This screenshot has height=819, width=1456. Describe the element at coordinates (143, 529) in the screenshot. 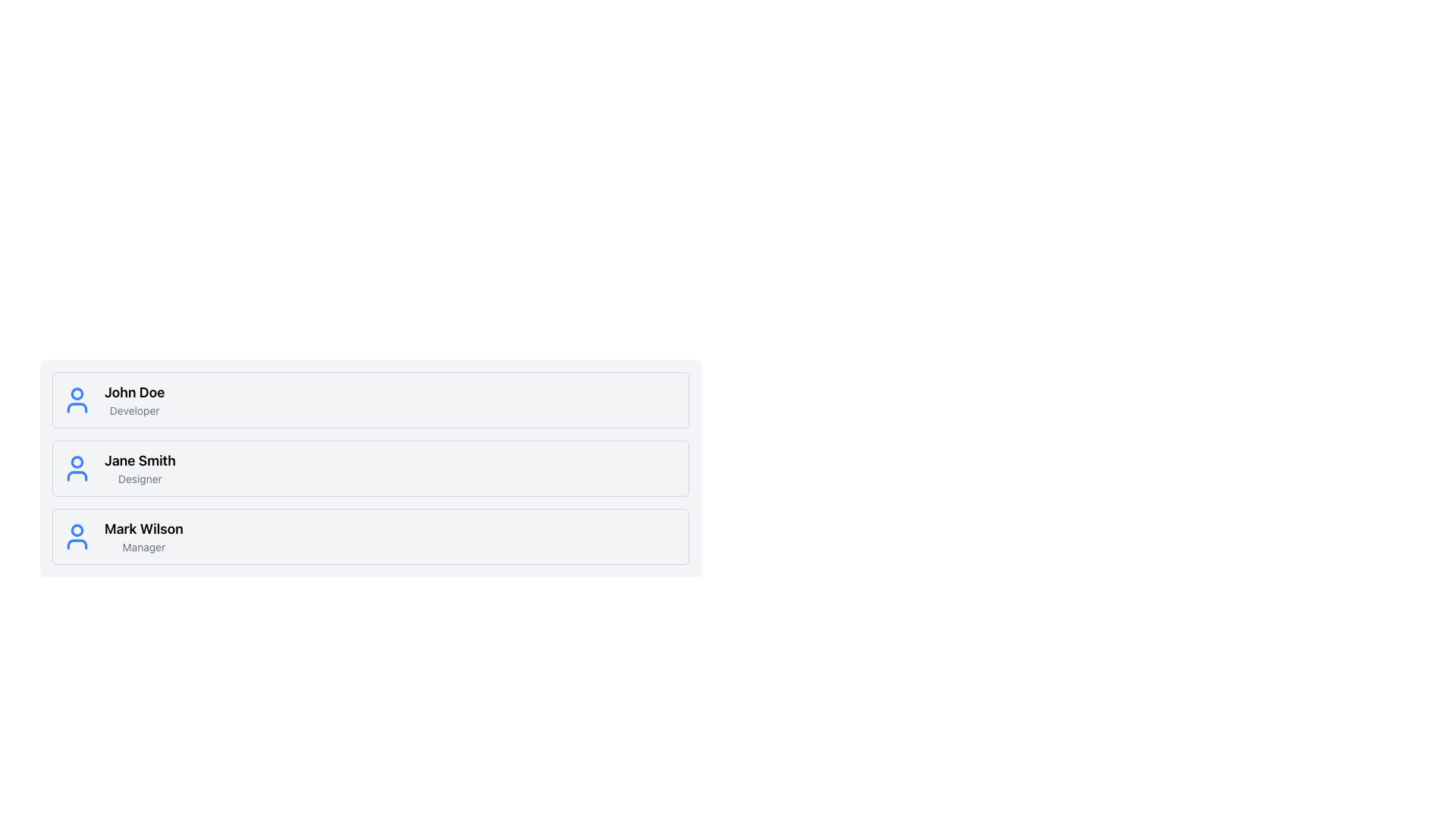

I see `text label displaying 'Mark Wilson', which is bold and larger than the subtitle 'Manager', located in the bottom-most row of the interface` at that location.